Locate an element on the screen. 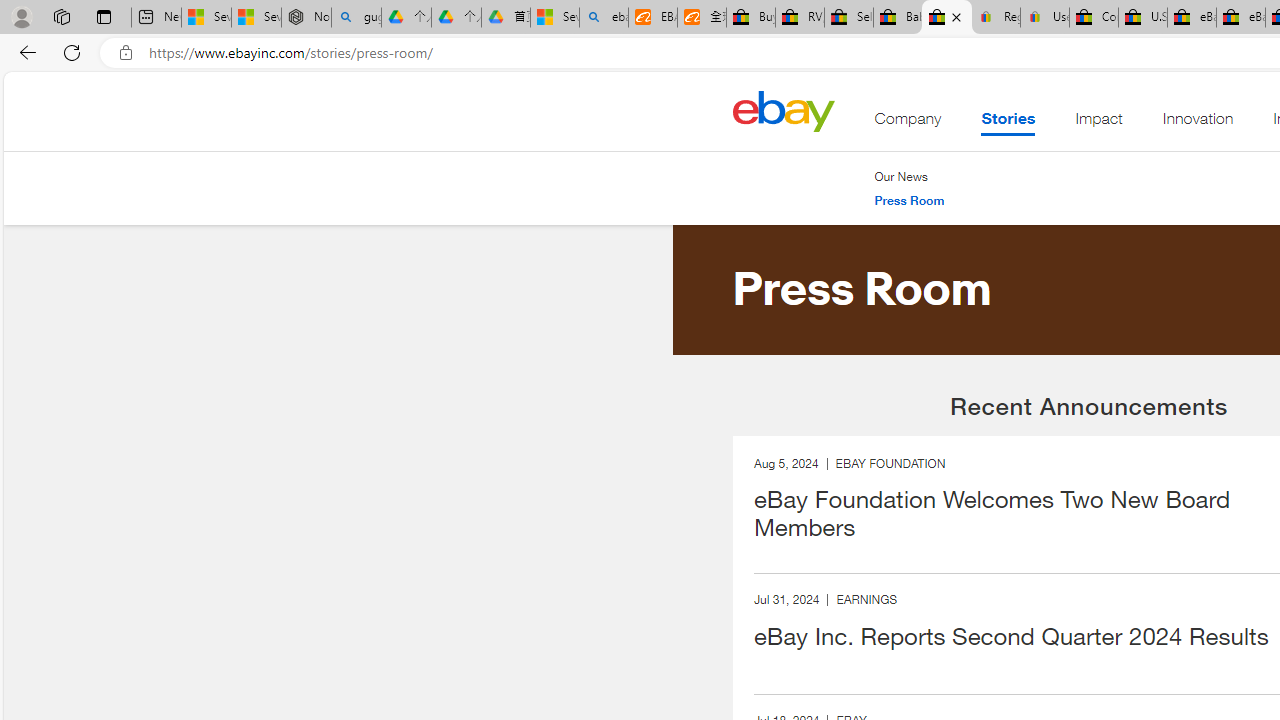 This screenshot has height=720, width=1280. 'Baby Keepsakes & Announcements for sale | eBay' is located at coordinates (896, 17).